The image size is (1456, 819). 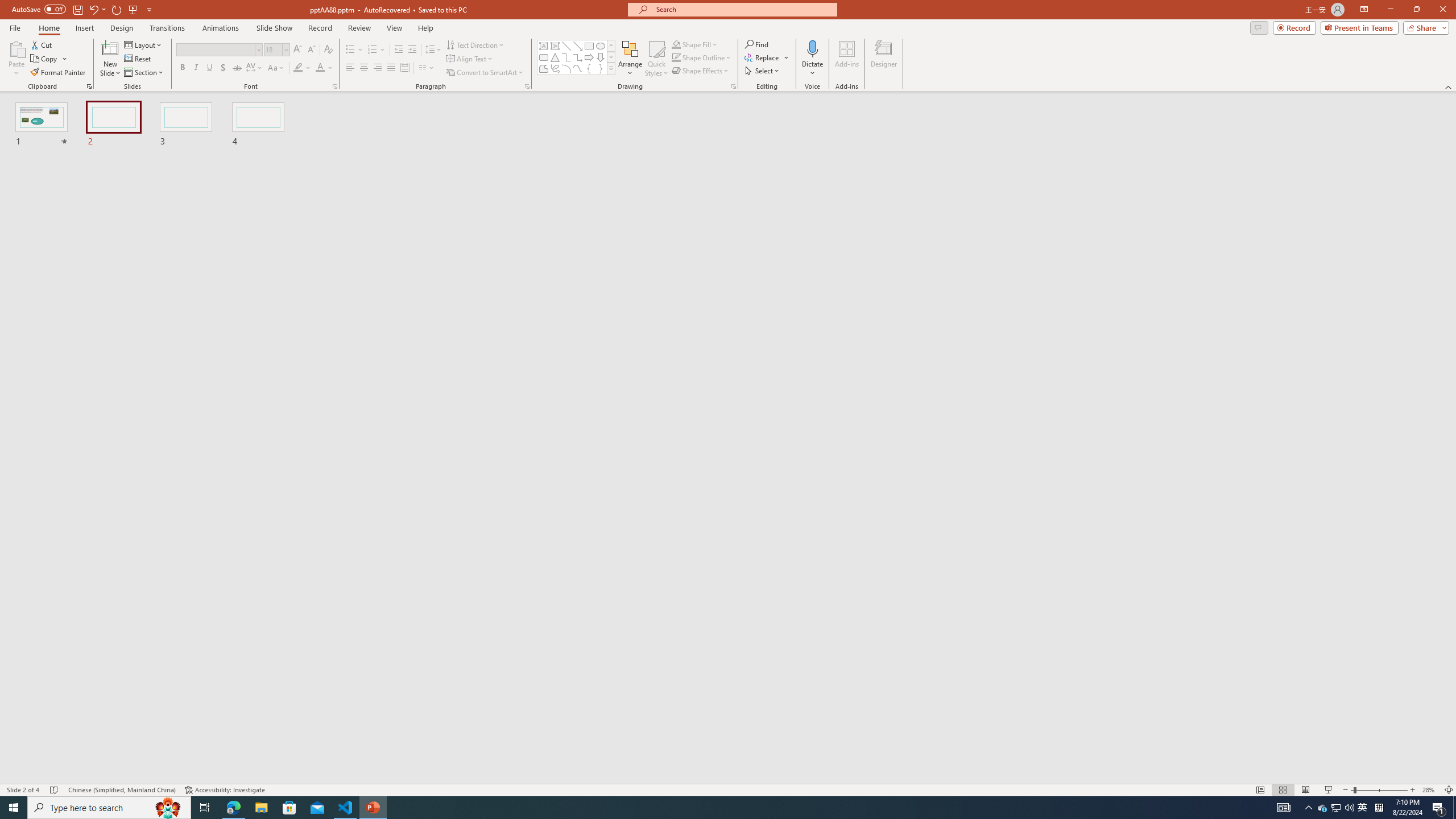 What do you see at coordinates (378, 67) in the screenshot?
I see `'Align Right'` at bounding box center [378, 67].